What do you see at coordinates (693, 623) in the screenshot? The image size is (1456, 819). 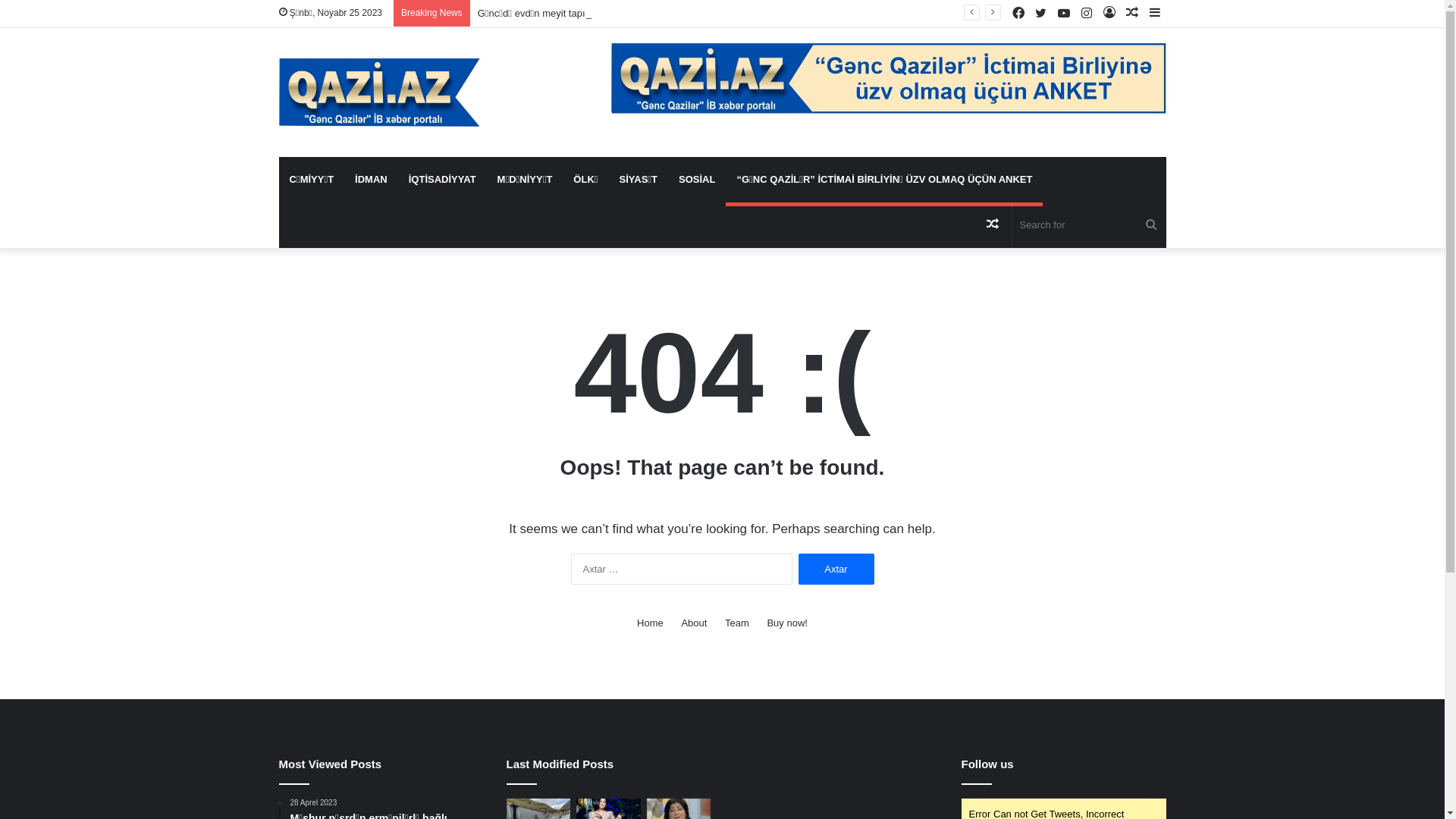 I see `'About'` at bounding box center [693, 623].